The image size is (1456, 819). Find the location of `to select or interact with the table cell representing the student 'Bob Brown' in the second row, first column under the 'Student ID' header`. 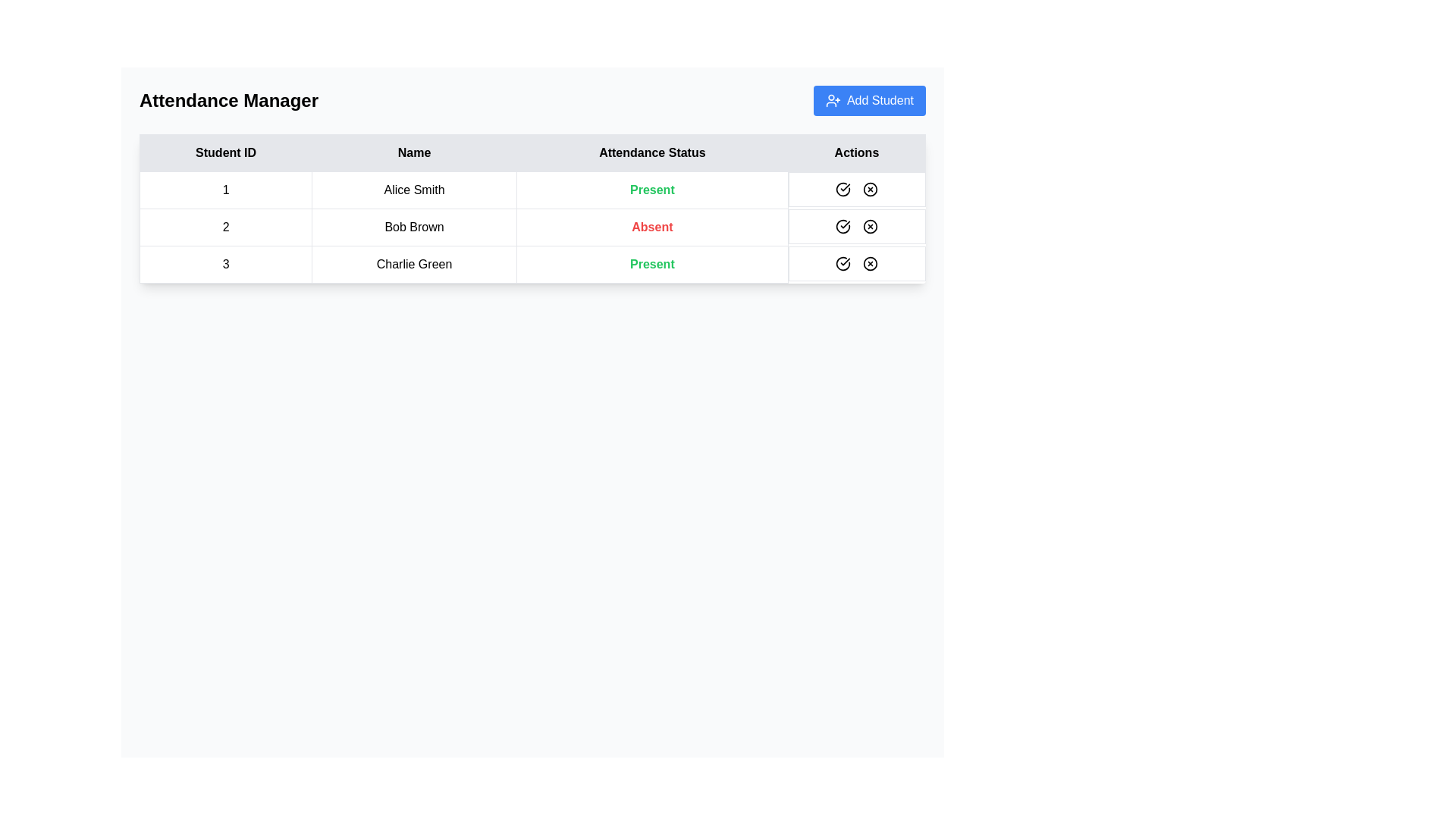

to select or interact with the table cell representing the student 'Bob Brown' in the second row, first column under the 'Student ID' header is located at coordinates (224, 227).